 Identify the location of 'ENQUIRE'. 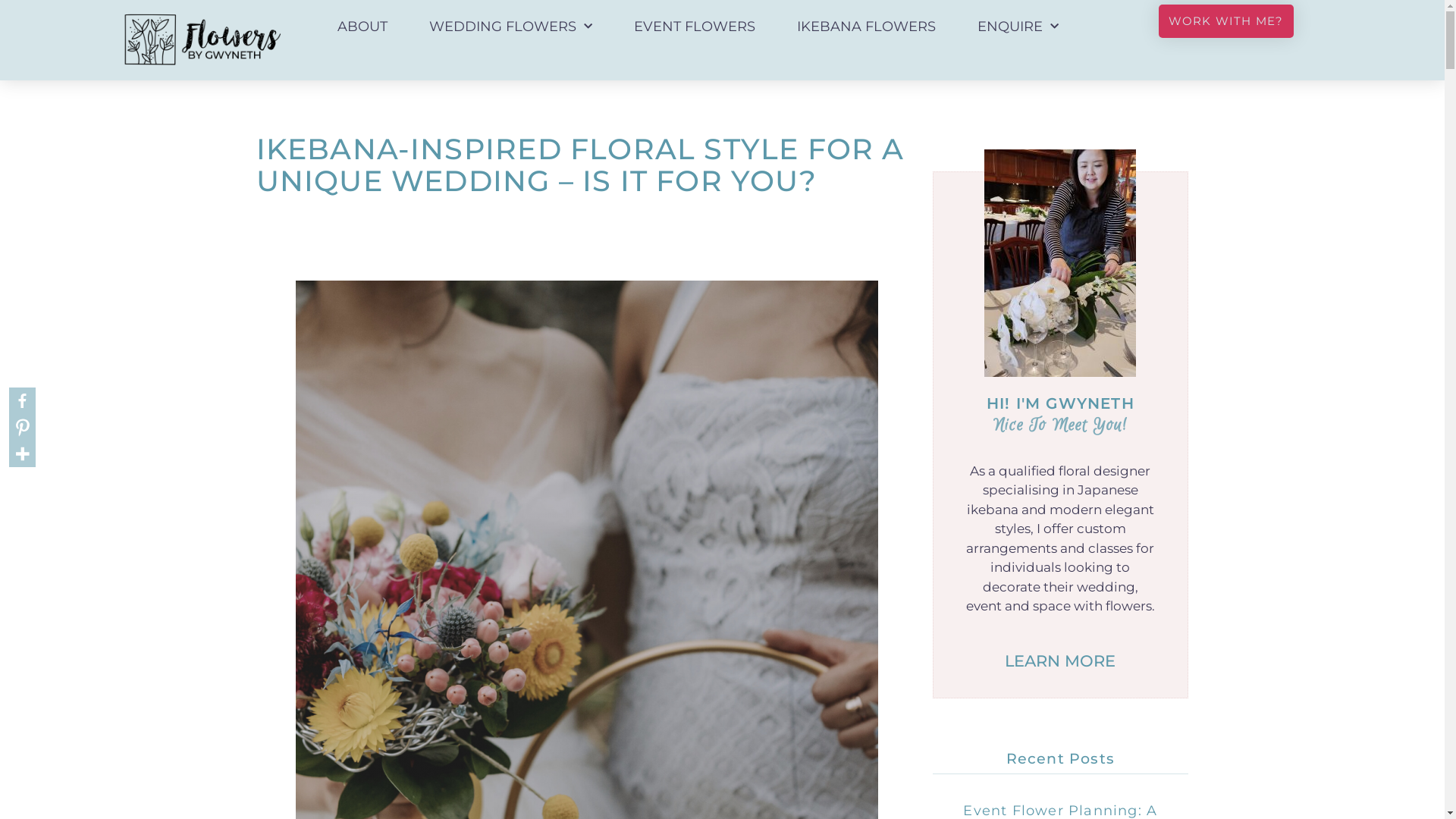
(961, 26).